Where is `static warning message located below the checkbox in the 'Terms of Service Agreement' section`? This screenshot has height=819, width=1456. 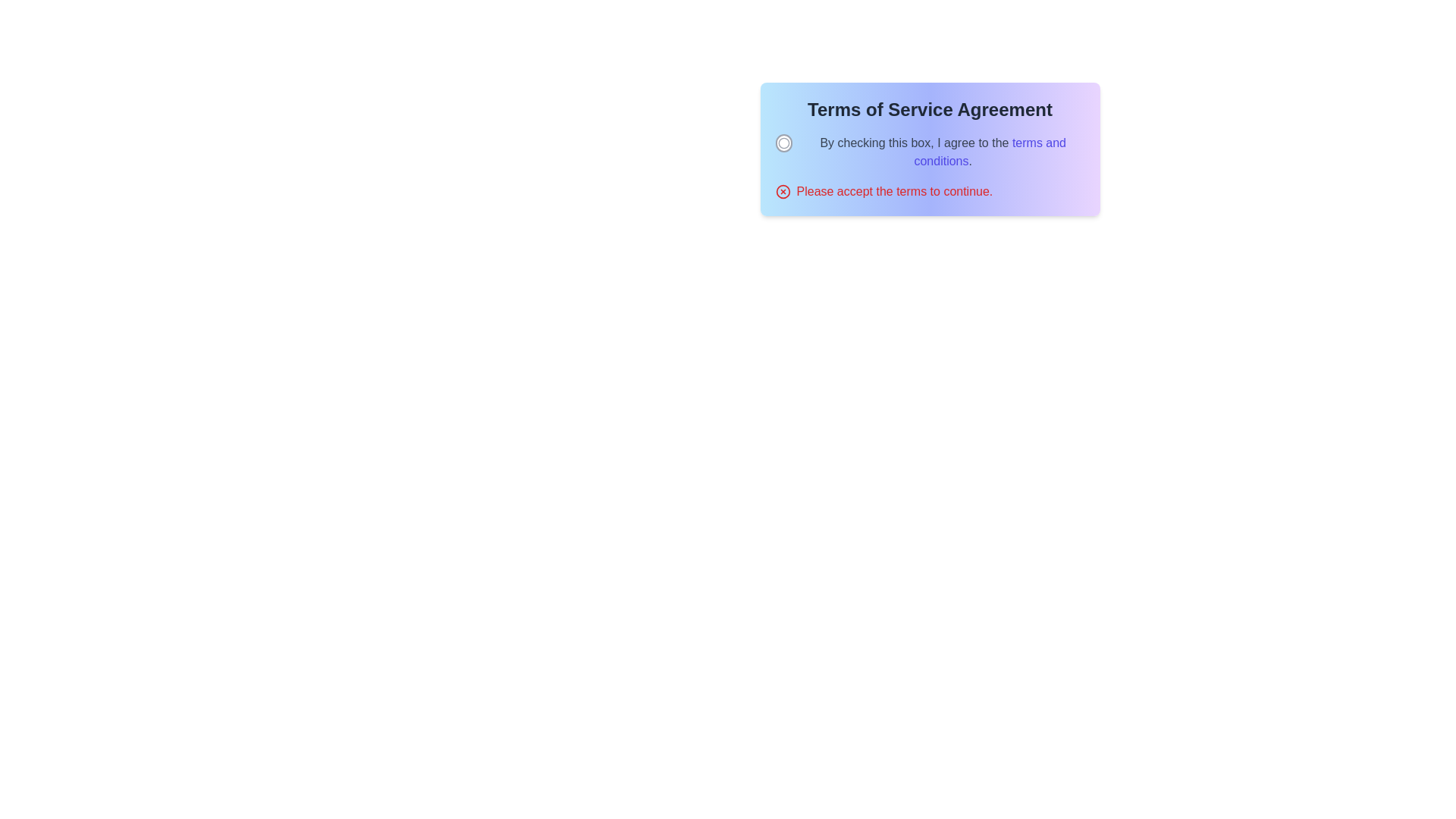
static warning message located below the checkbox in the 'Terms of Service Agreement' section is located at coordinates (929, 191).